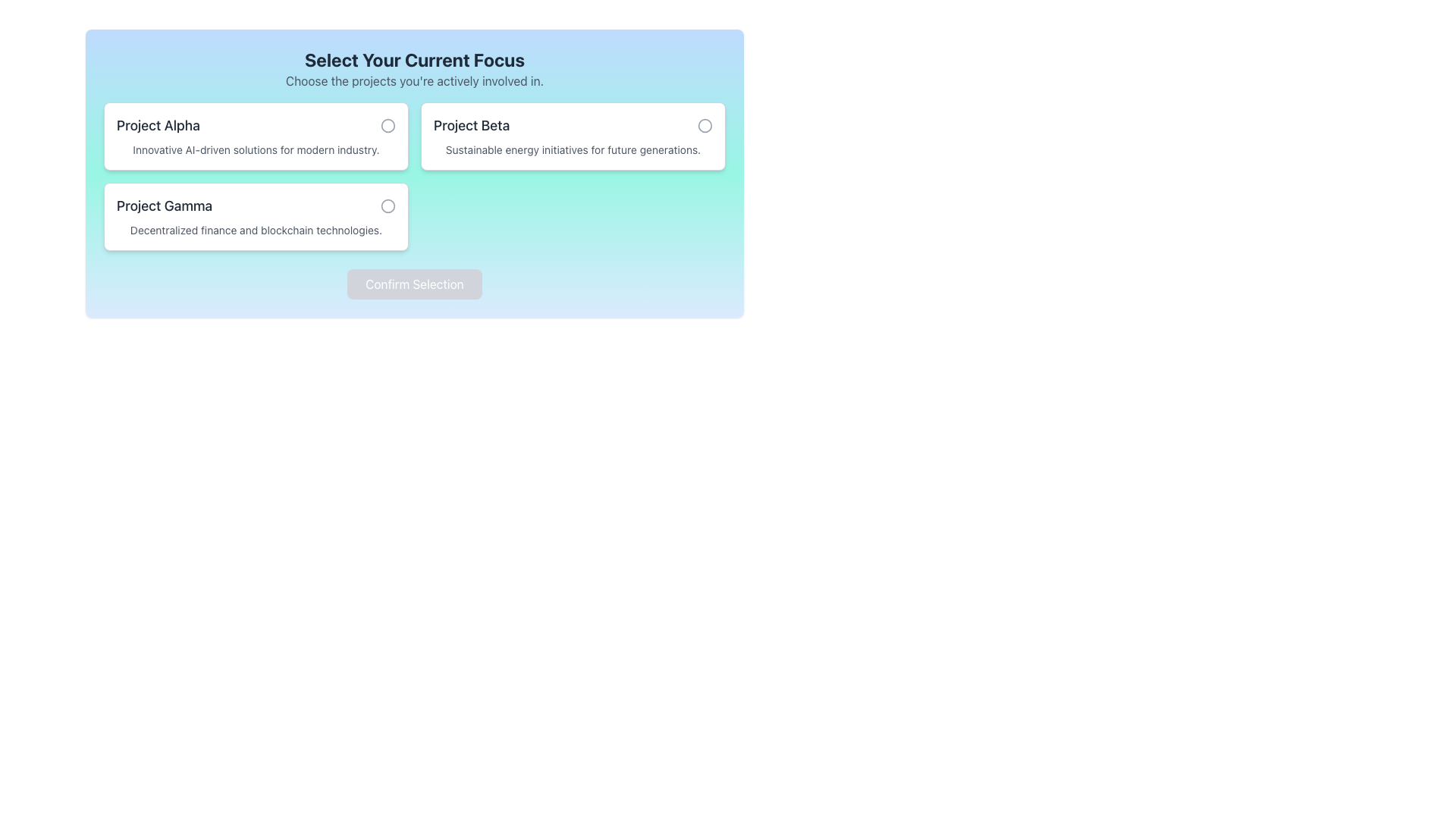 The height and width of the screenshot is (819, 1456). Describe the element at coordinates (256, 231) in the screenshot. I see `the descriptive text located in the lower part of the 'Project Gamma' card, directly underneath the title text and centrally aligned within the card layout` at that location.